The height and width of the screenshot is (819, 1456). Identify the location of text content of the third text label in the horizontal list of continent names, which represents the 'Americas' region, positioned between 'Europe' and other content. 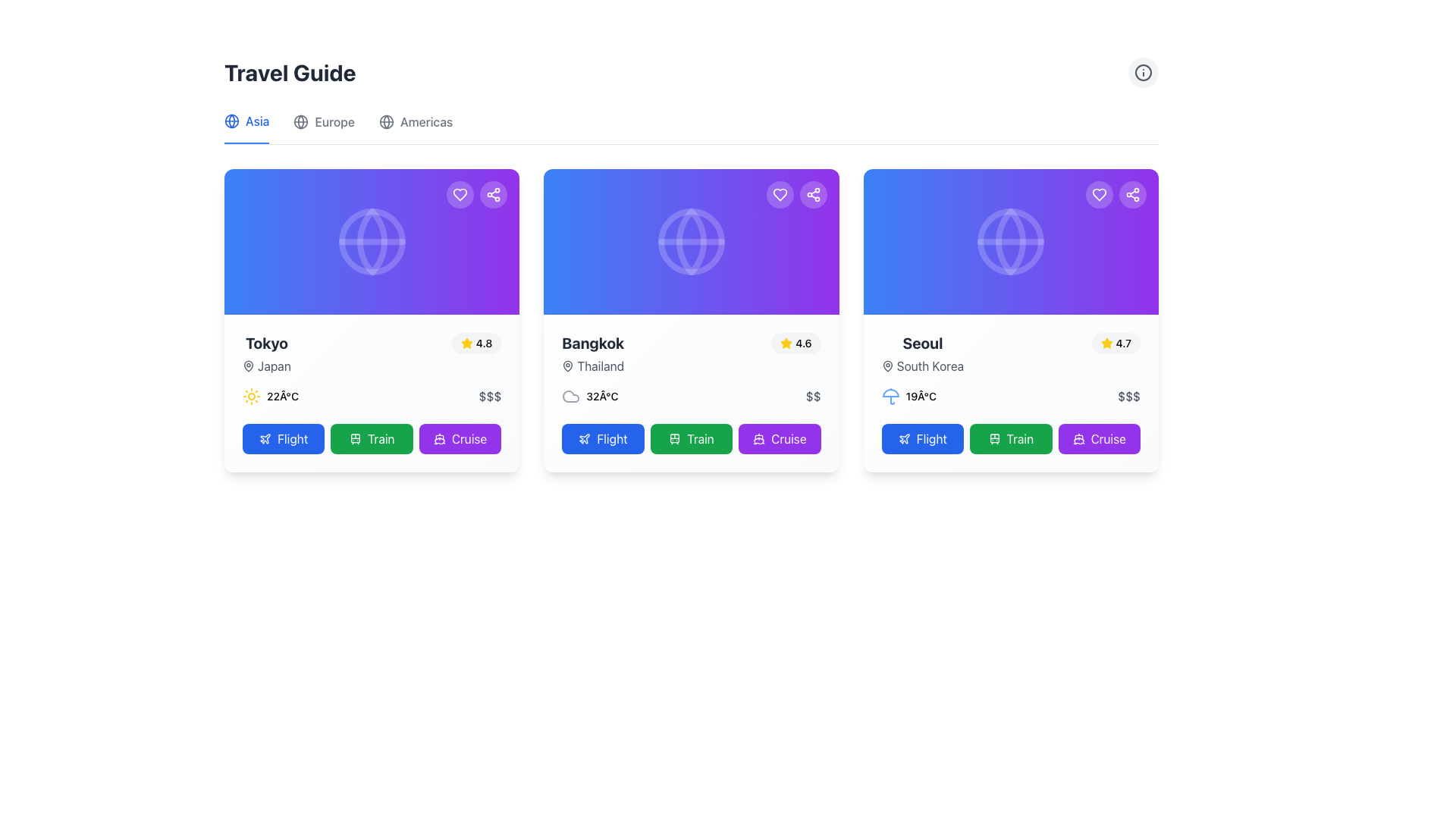
(425, 121).